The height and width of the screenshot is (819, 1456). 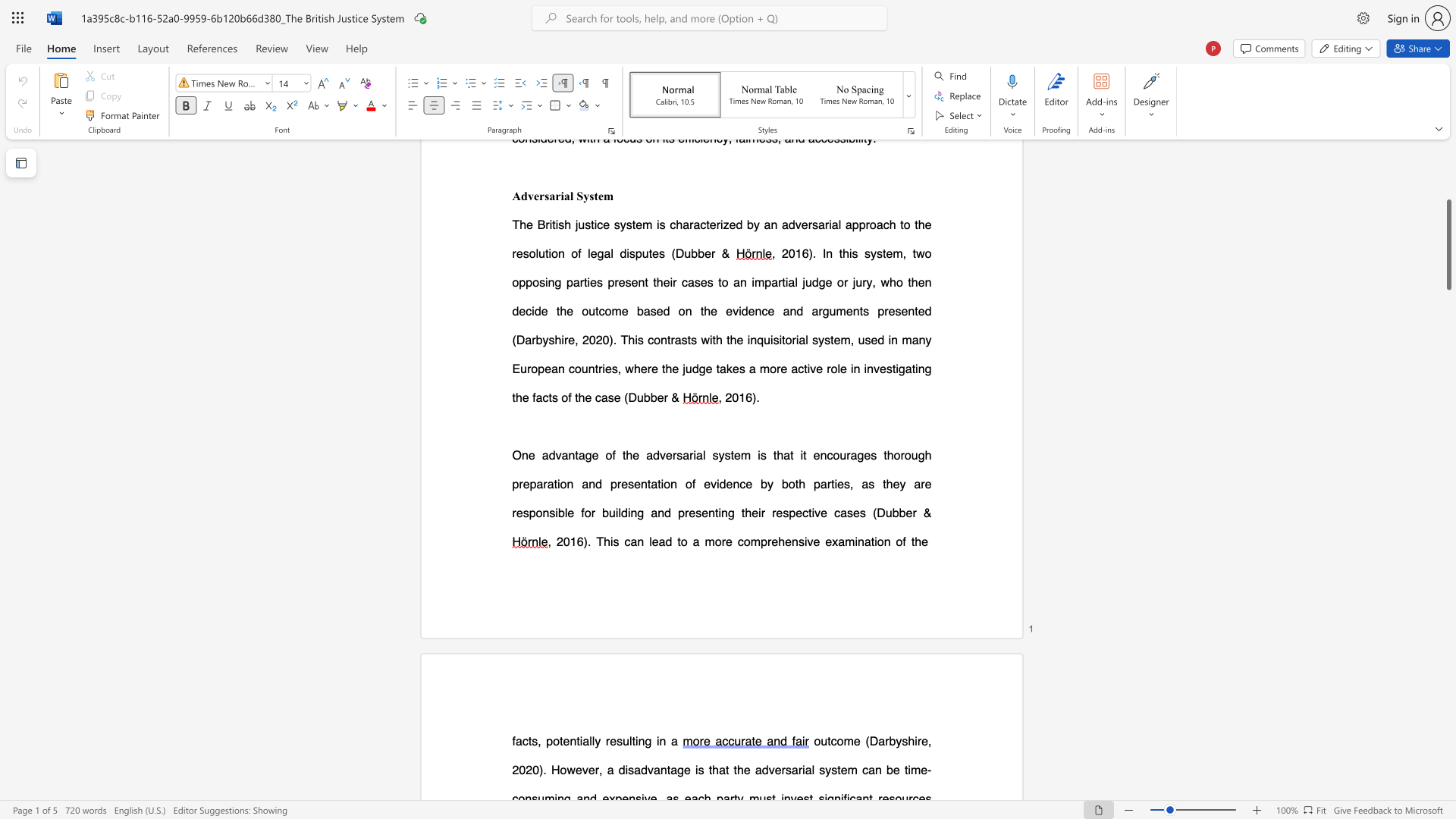 What do you see at coordinates (877, 512) in the screenshot?
I see `the subset text "Dubber" within the text "(Dubber &"` at bounding box center [877, 512].